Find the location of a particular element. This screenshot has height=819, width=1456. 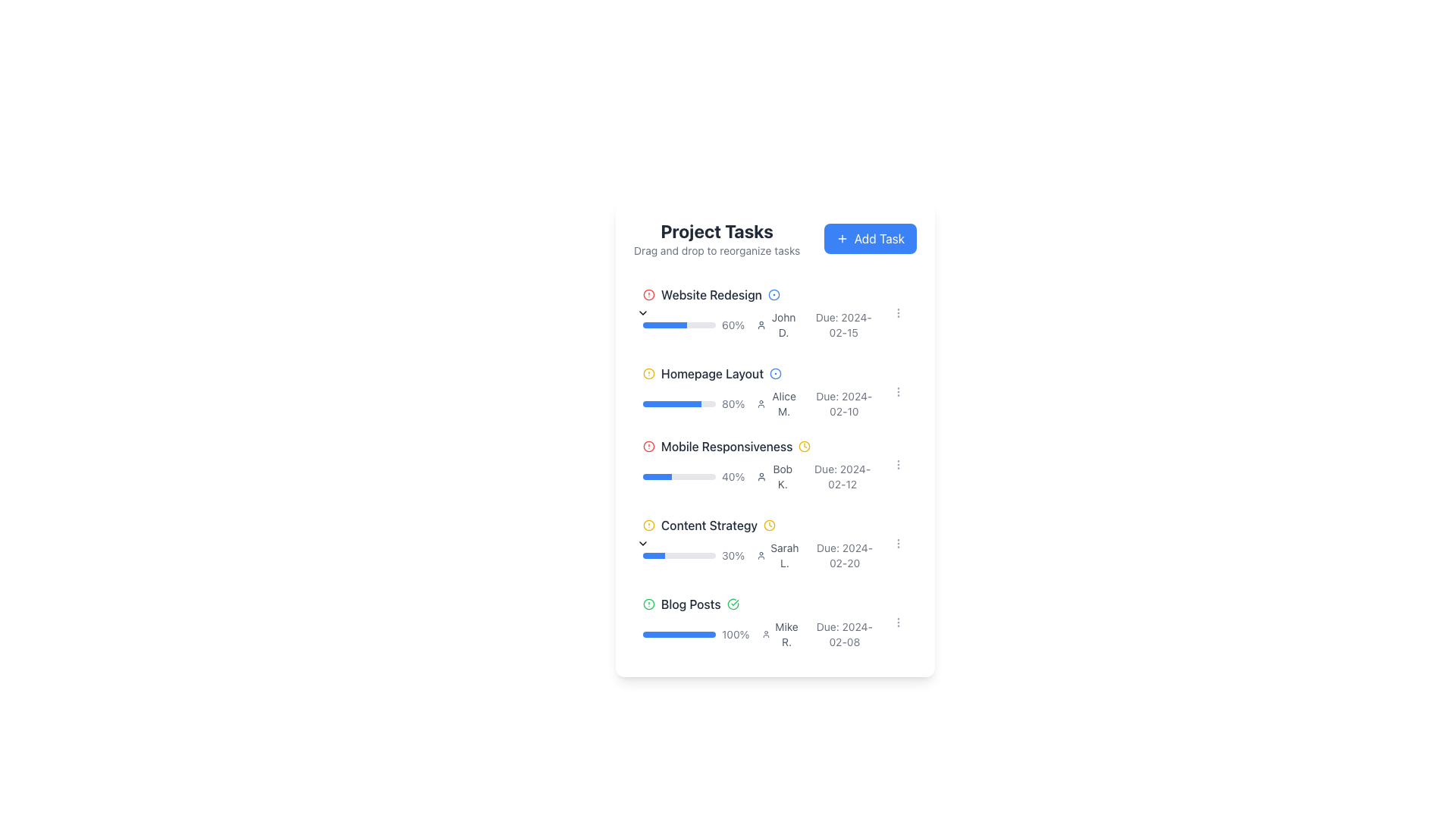

the 'Homepage Layout' text label with alert icons located in the second row of the task list under 'Project Tasks' is located at coordinates (760, 374).